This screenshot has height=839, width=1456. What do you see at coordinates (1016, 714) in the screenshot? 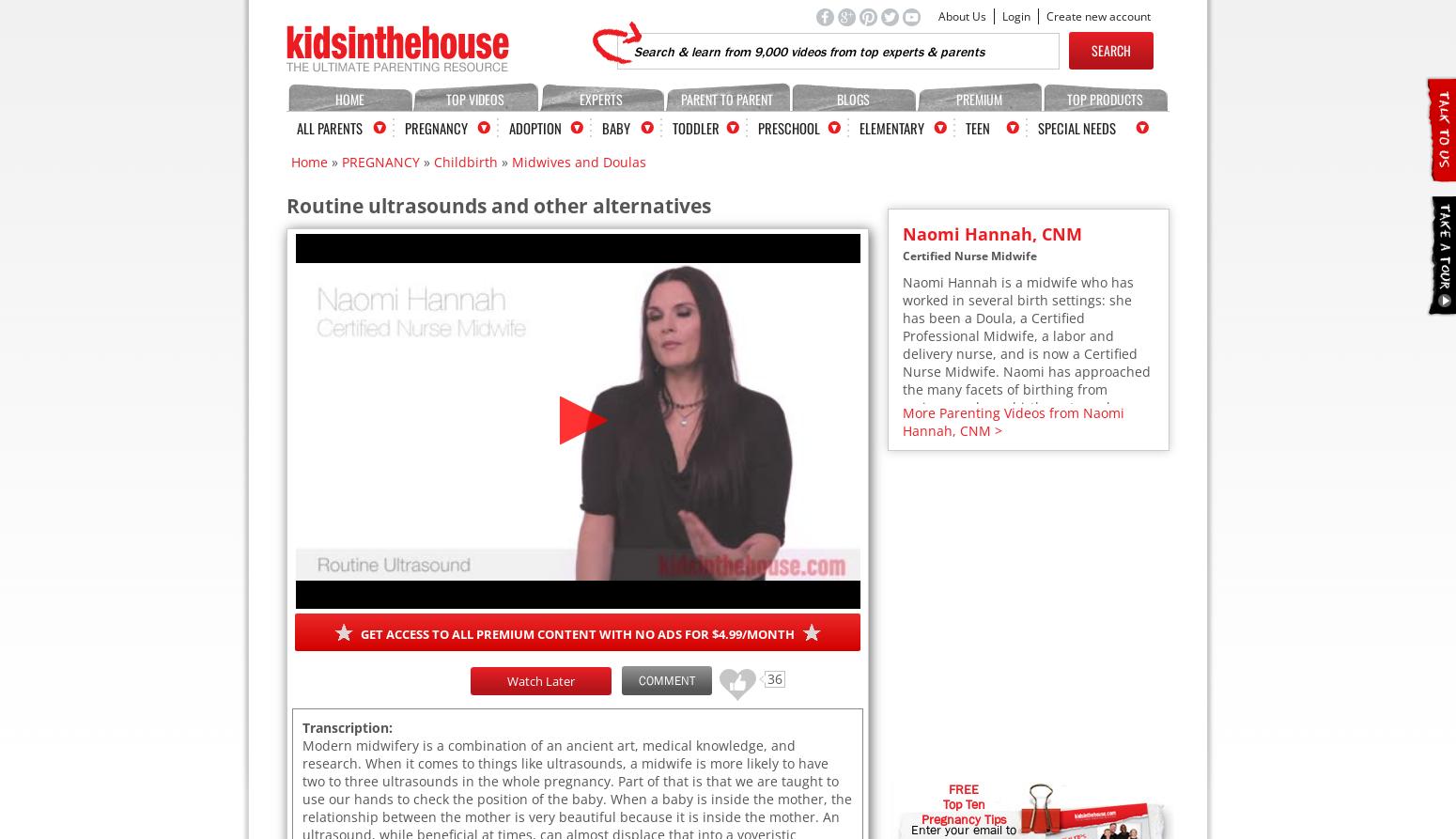
I see `'Home Births and Birthing Centers'` at bounding box center [1016, 714].